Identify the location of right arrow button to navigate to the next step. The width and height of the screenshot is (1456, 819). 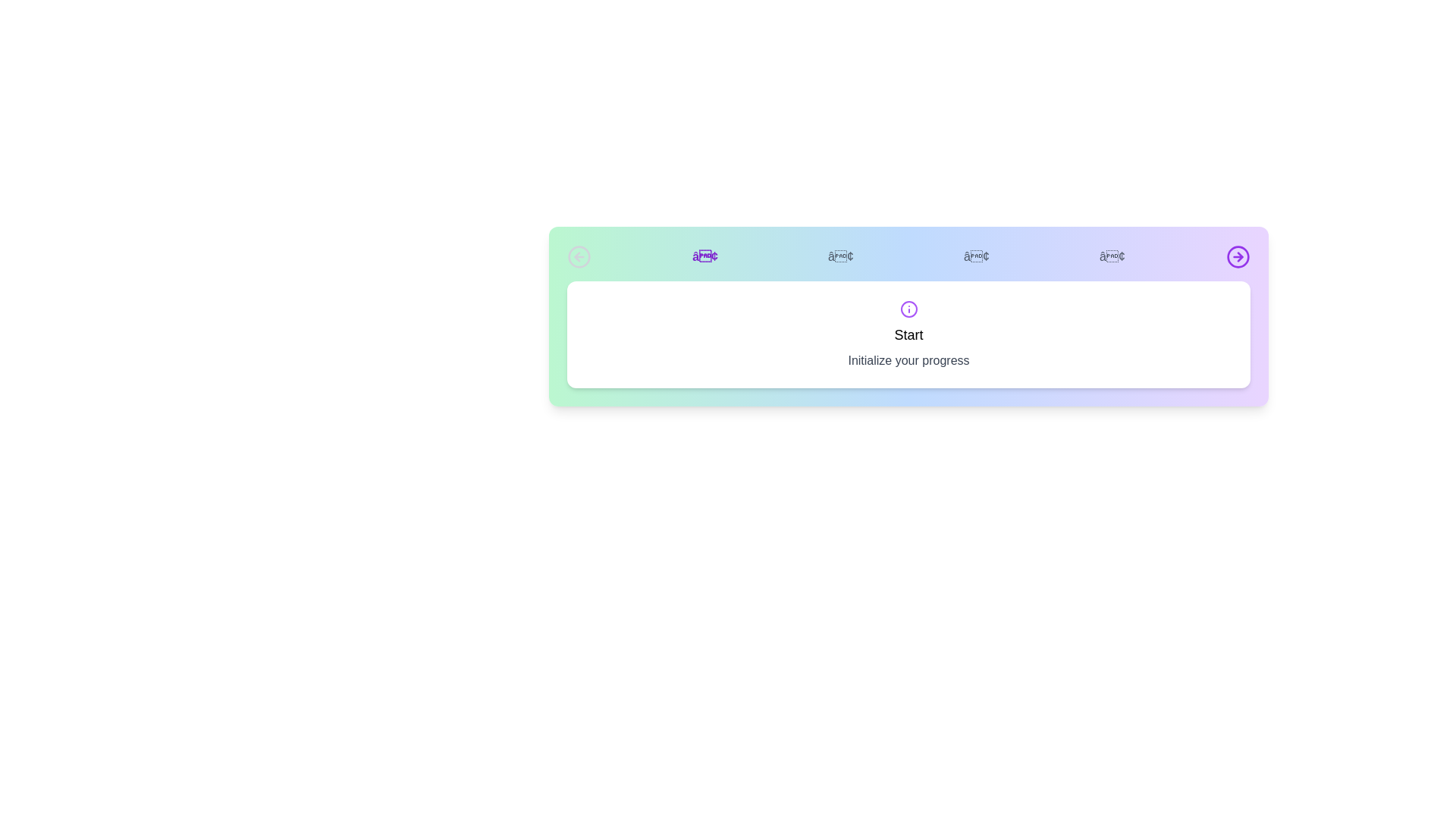
(1238, 256).